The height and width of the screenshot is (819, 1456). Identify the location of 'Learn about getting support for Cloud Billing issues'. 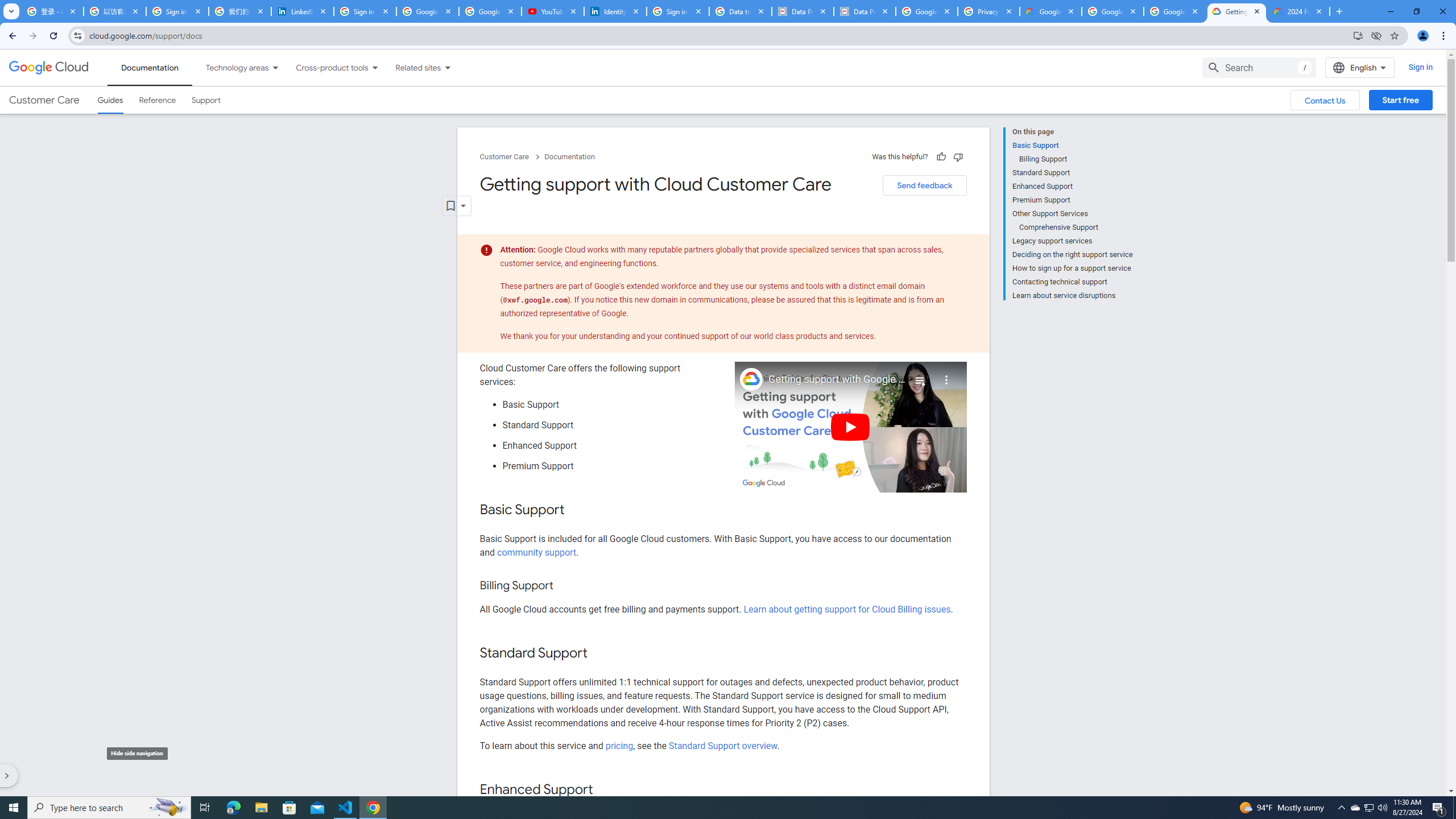
(846, 610).